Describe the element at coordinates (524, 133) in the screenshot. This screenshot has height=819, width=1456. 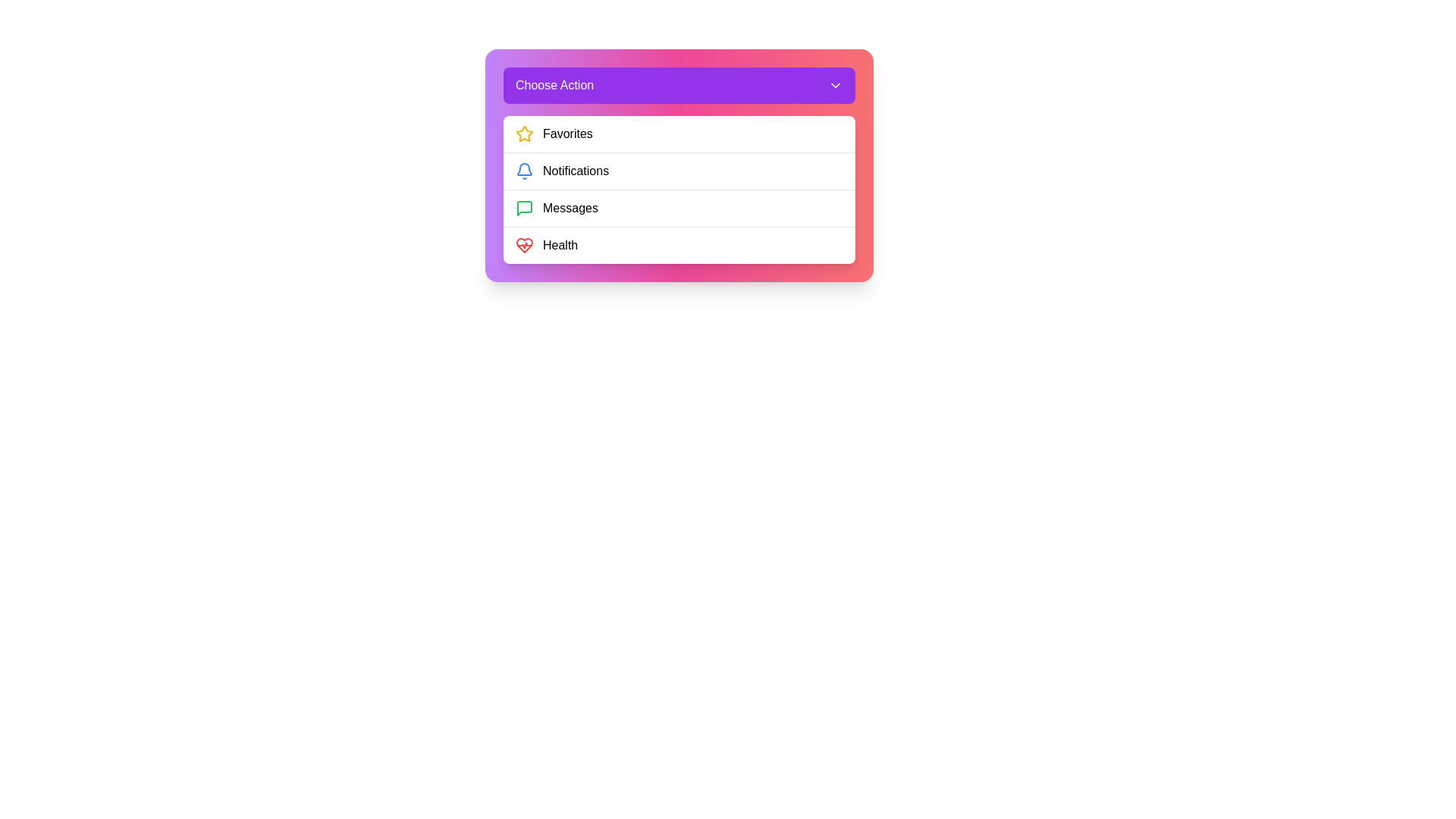
I see `the leftmost icon of the 'Favorites' row in the dropdown menu, which visually represents the 'Favorites' functionality` at that location.